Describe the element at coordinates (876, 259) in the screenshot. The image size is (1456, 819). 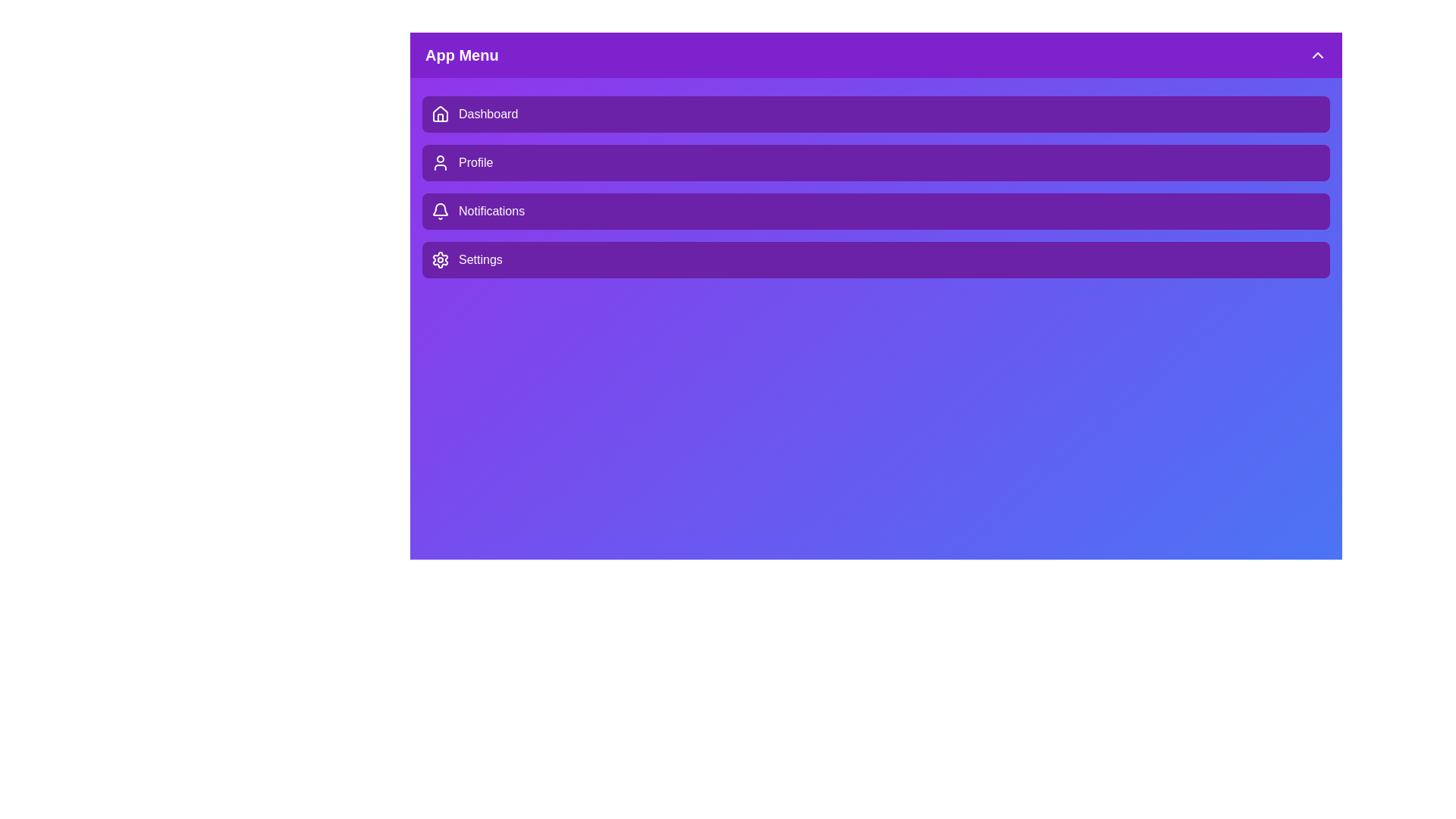
I see `the menu item Settings to observe hover effects` at that location.